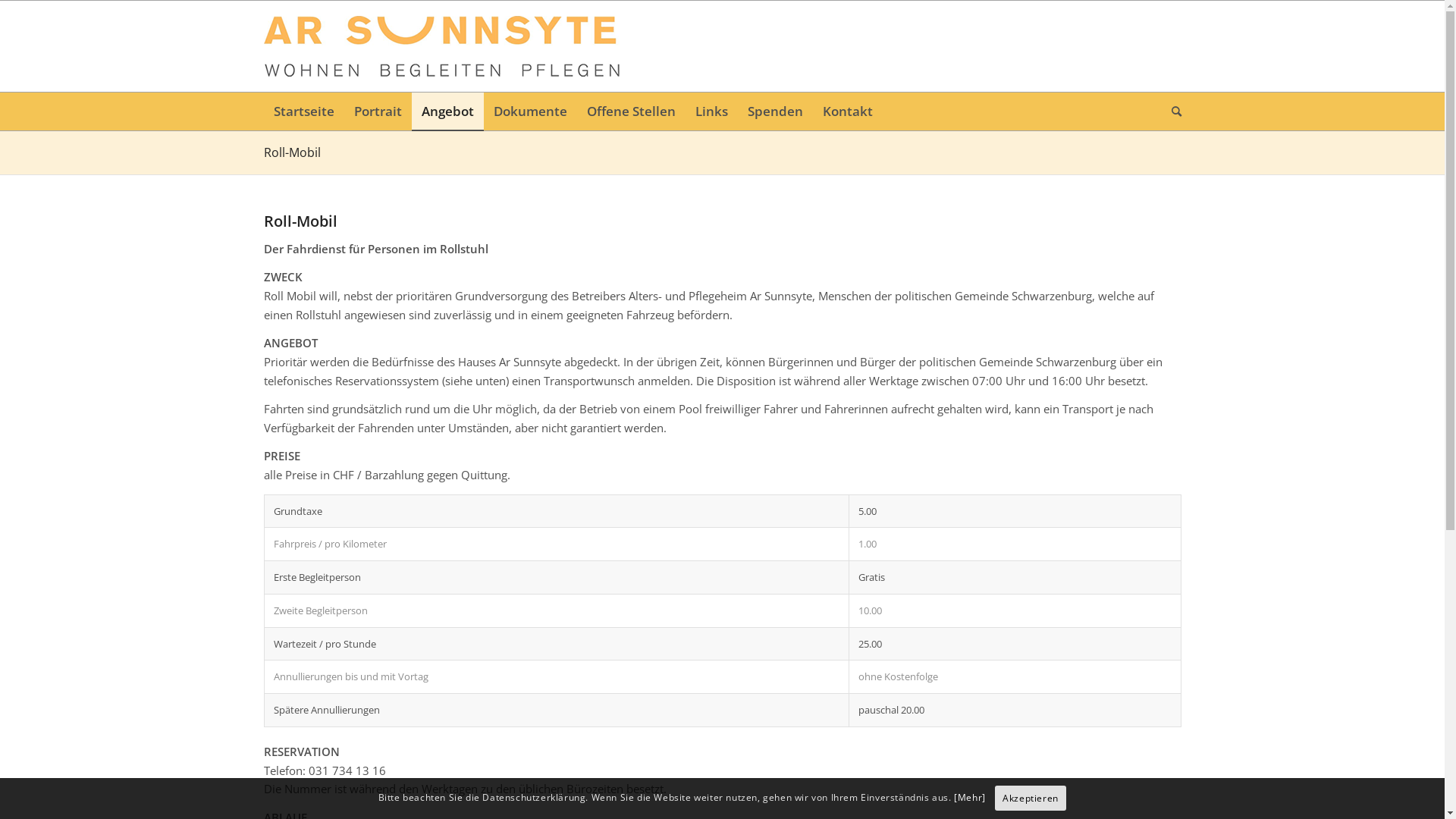 Image resolution: width=1456 pixels, height=819 pixels. I want to click on '[Mehr]', so click(968, 797).